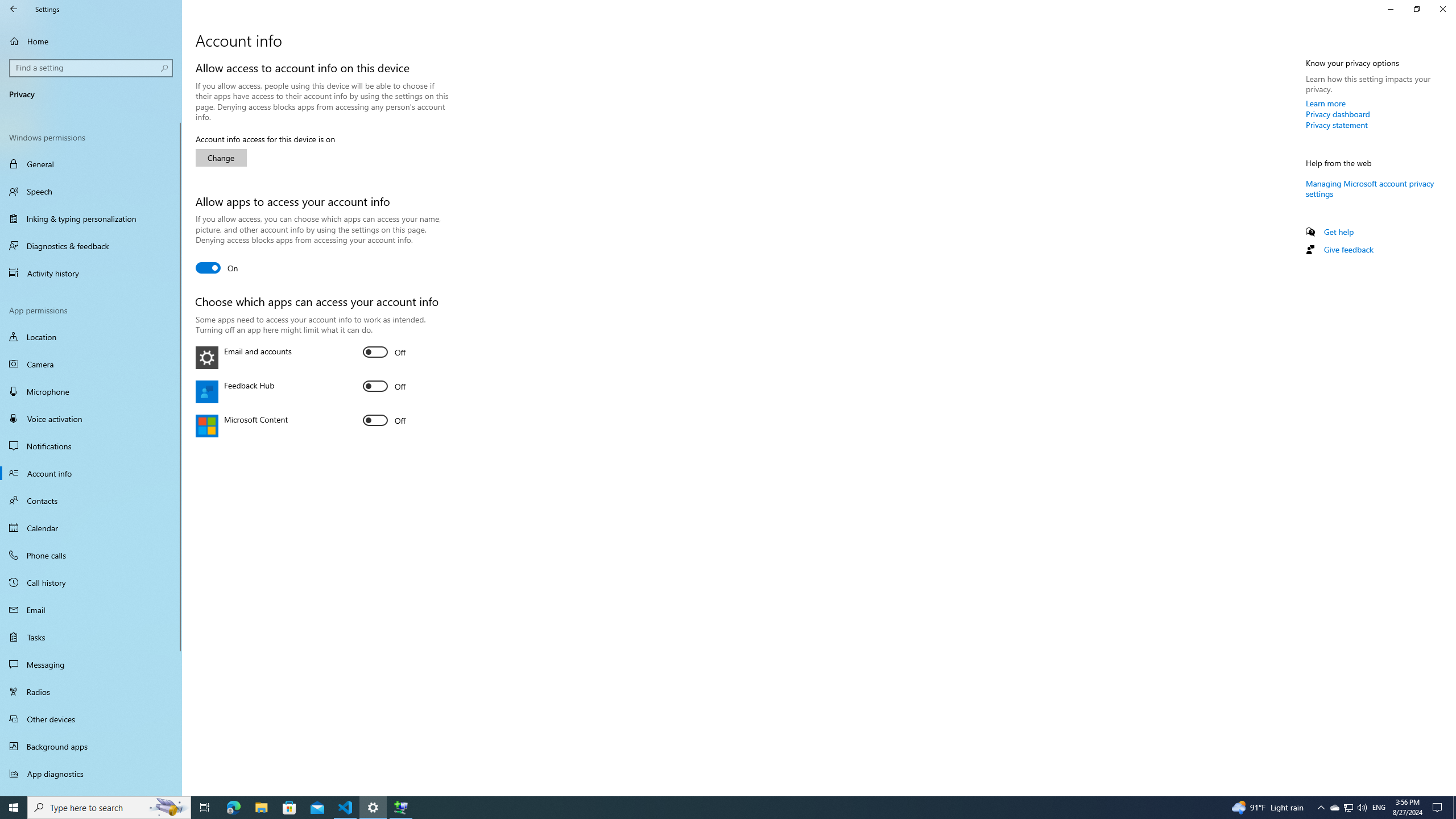  What do you see at coordinates (1389, 9) in the screenshot?
I see `'Minimize Settings'` at bounding box center [1389, 9].